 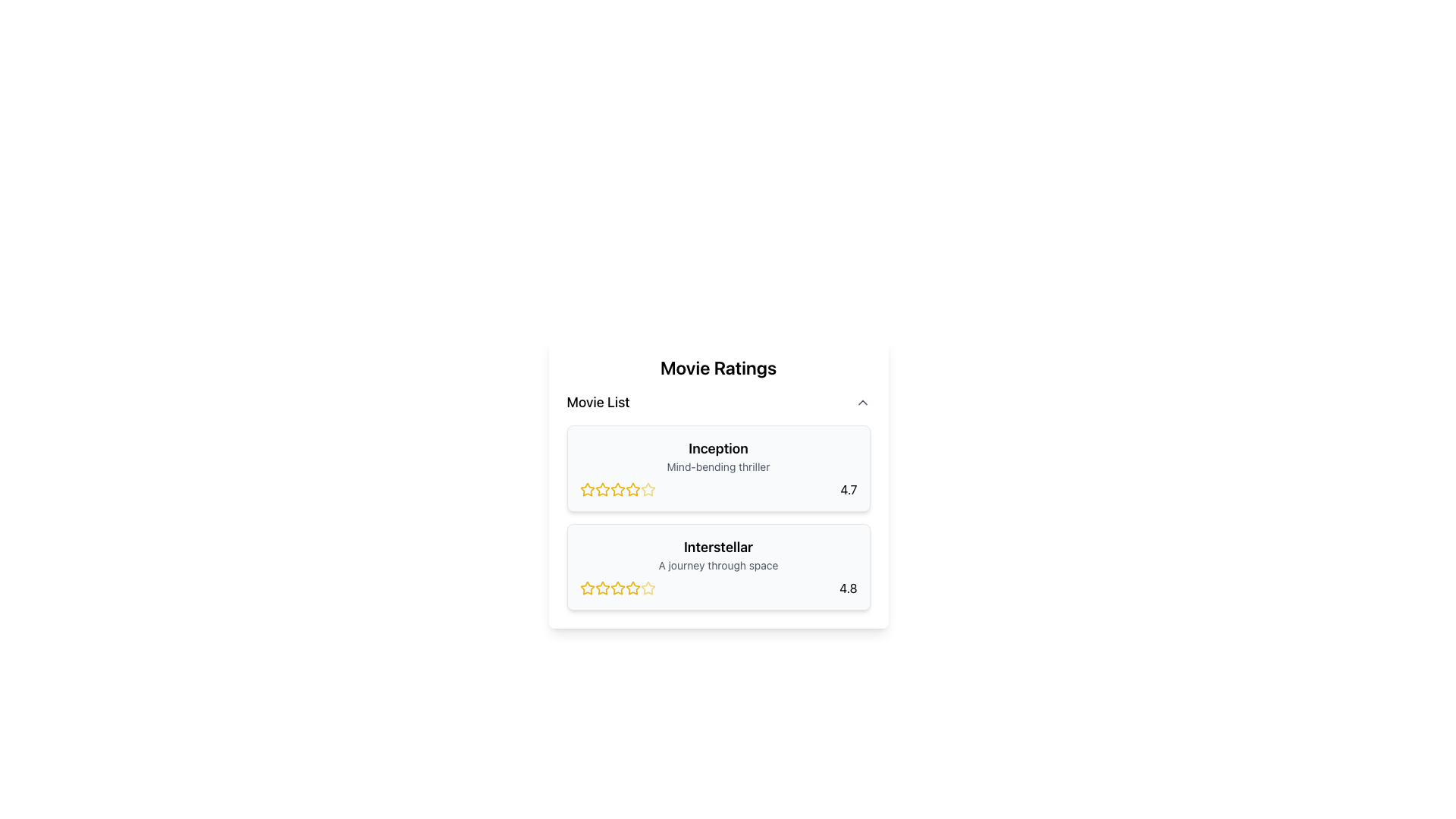 What do you see at coordinates (632, 489) in the screenshot?
I see `the third star in the rating system for the movie 'Inception', which is styled with a vibrant yellow stroke outline and is part of a horizontal alignment of five stars` at bounding box center [632, 489].